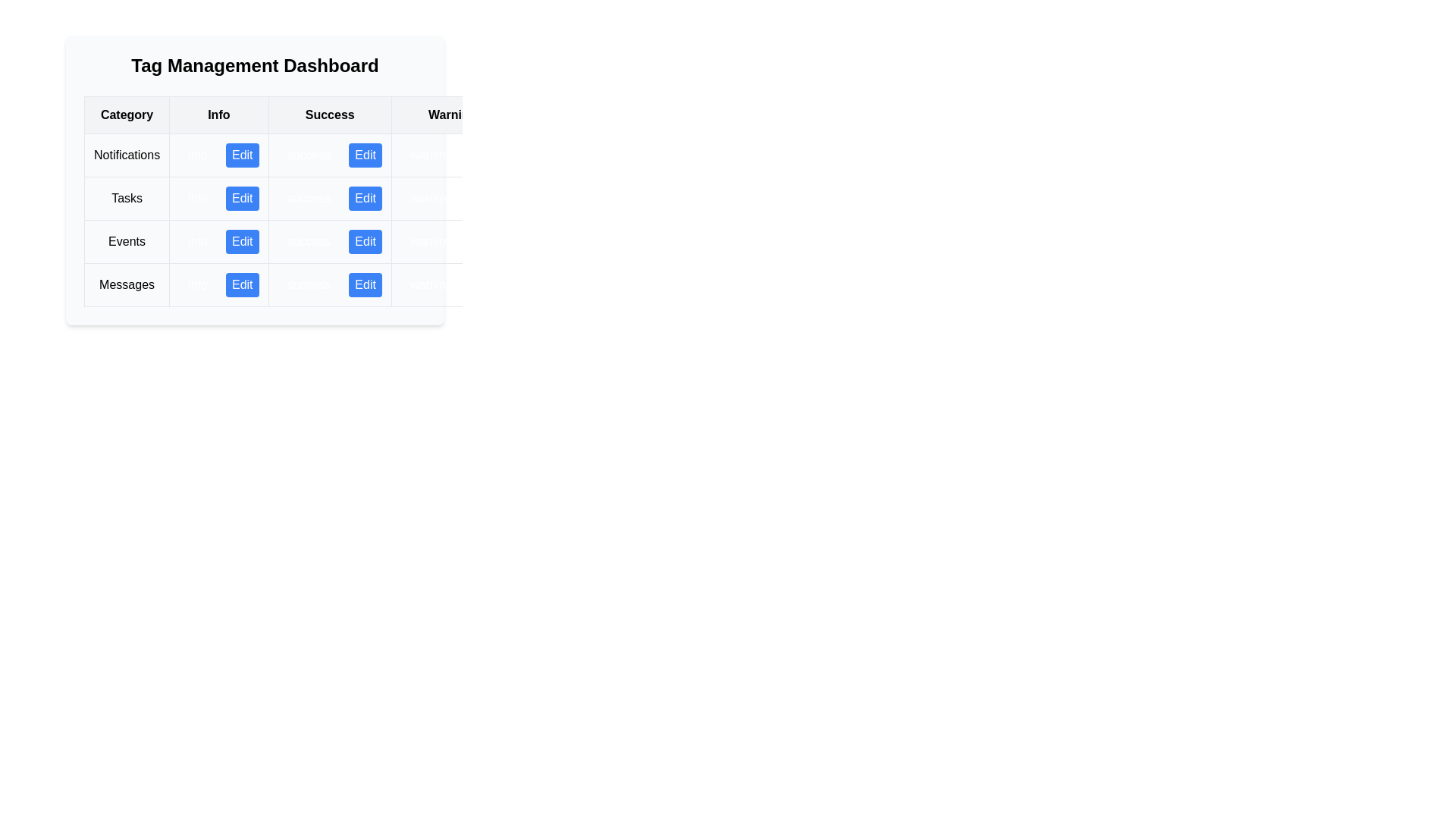 The height and width of the screenshot is (819, 1456). Describe the element at coordinates (350, 284) in the screenshot. I see `the button with rounded corners and a blue background labeled 'Edit' in the 'Messages' row of the 'Success' column` at that location.